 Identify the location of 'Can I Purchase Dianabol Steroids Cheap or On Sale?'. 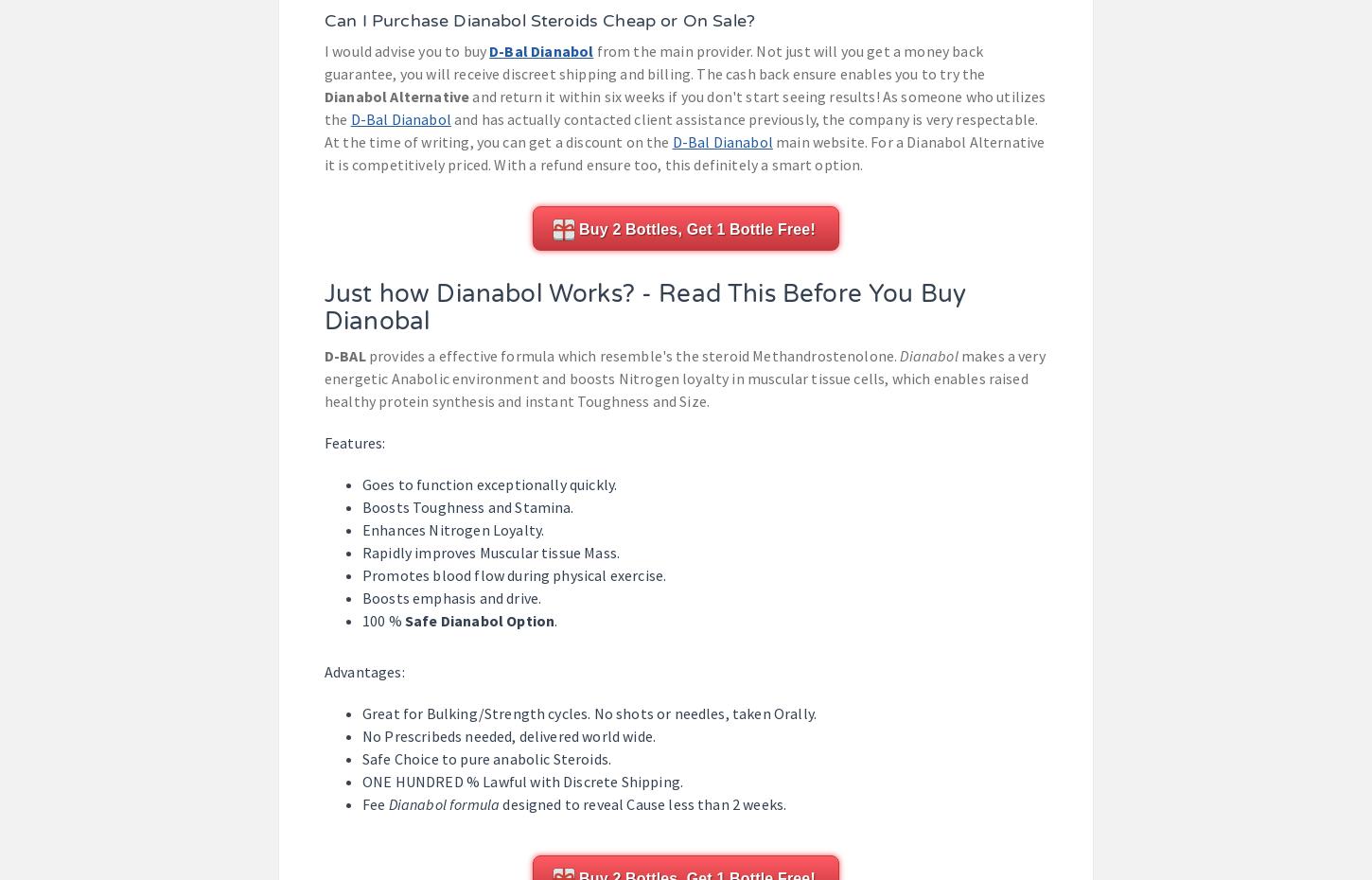
(539, 20).